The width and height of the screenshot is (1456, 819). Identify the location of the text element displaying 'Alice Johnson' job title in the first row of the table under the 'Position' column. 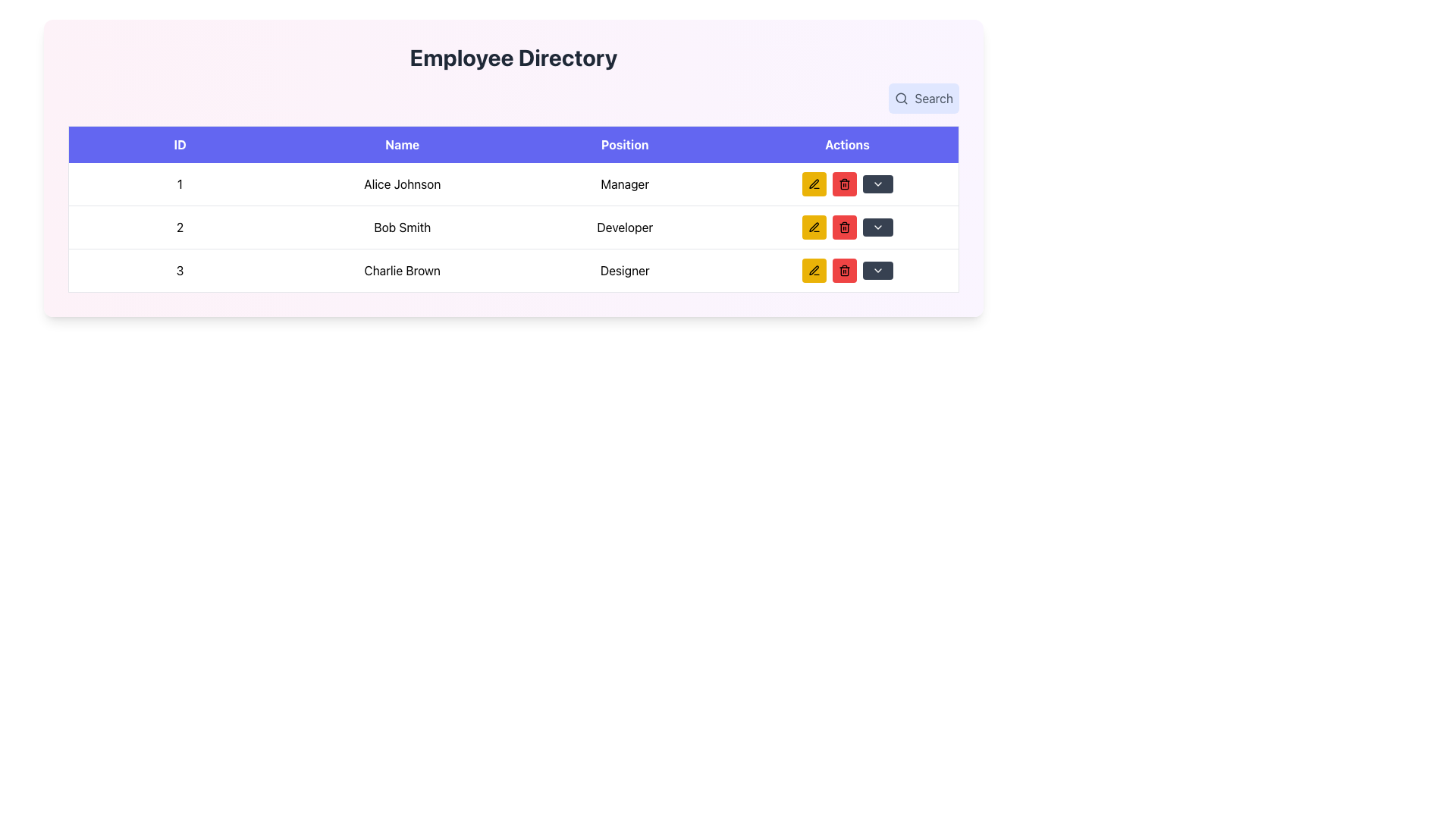
(625, 184).